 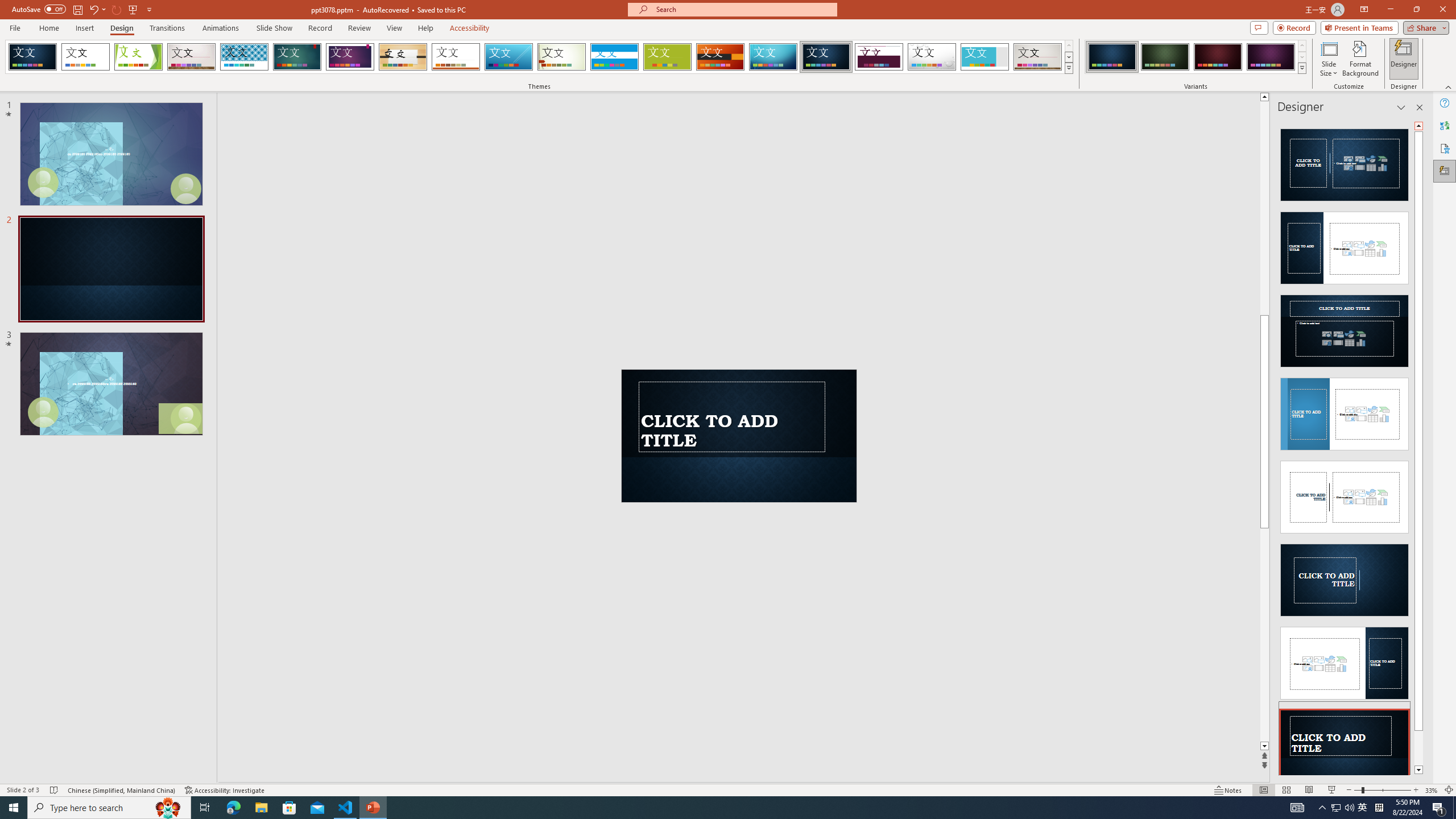 I want to click on 'Banded', so click(x=614, y=56).